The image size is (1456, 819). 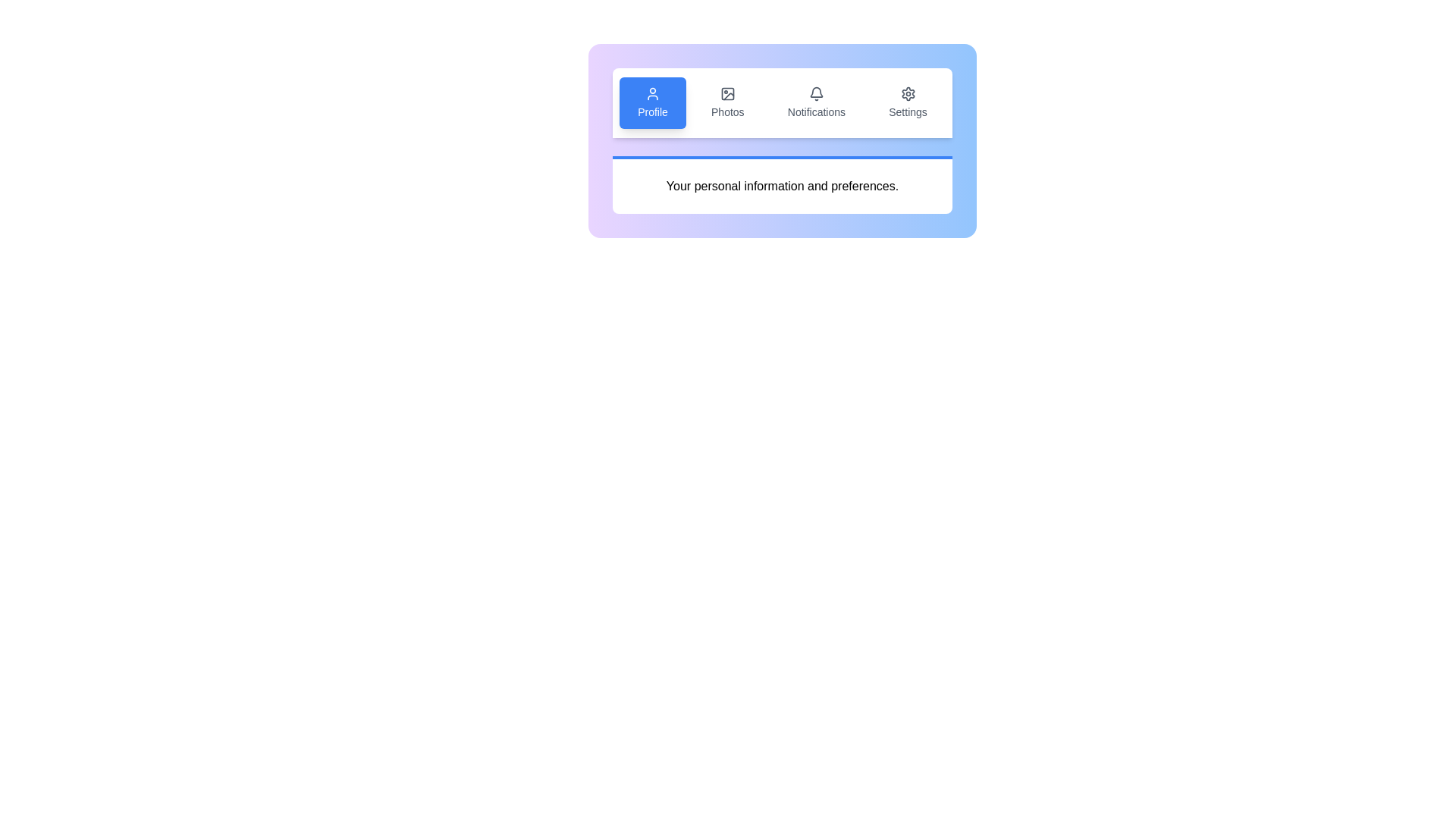 I want to click on the Photos tab by clicking on its corresponding button, so click(x=728, y=102).